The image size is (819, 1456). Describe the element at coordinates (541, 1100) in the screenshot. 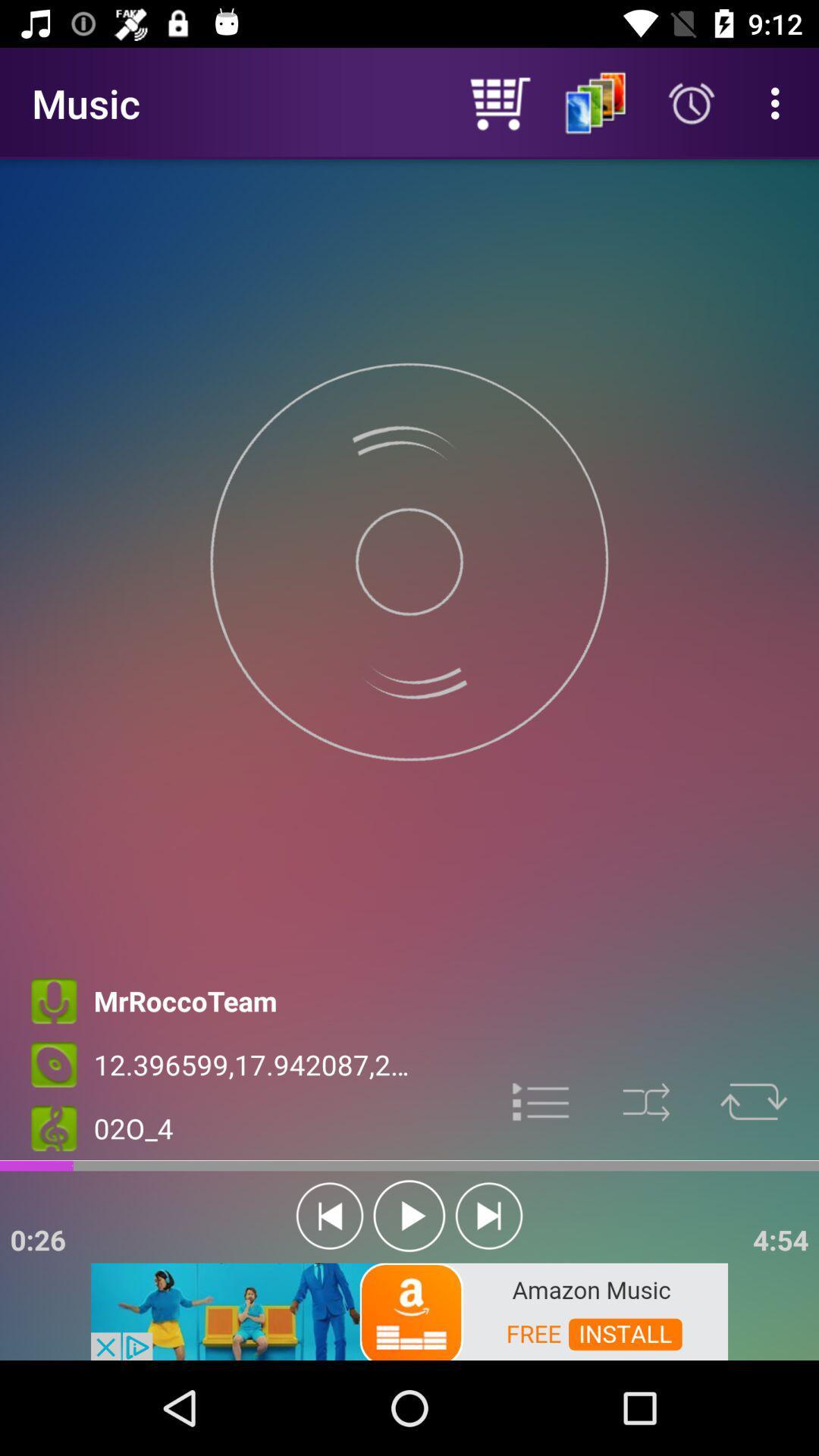

I see `options` at that location.